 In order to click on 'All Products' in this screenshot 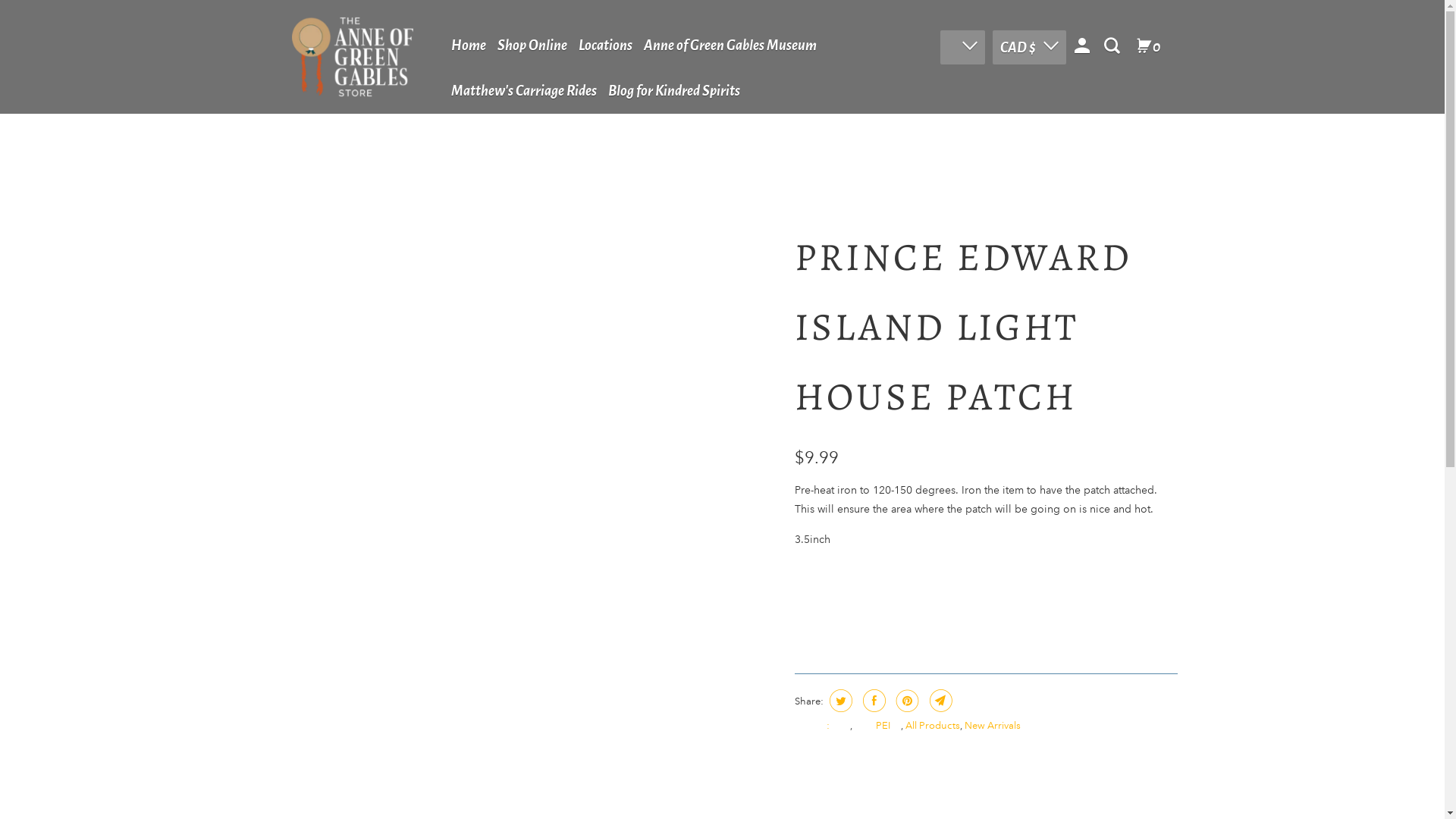, I will do `click(931, 724)`.